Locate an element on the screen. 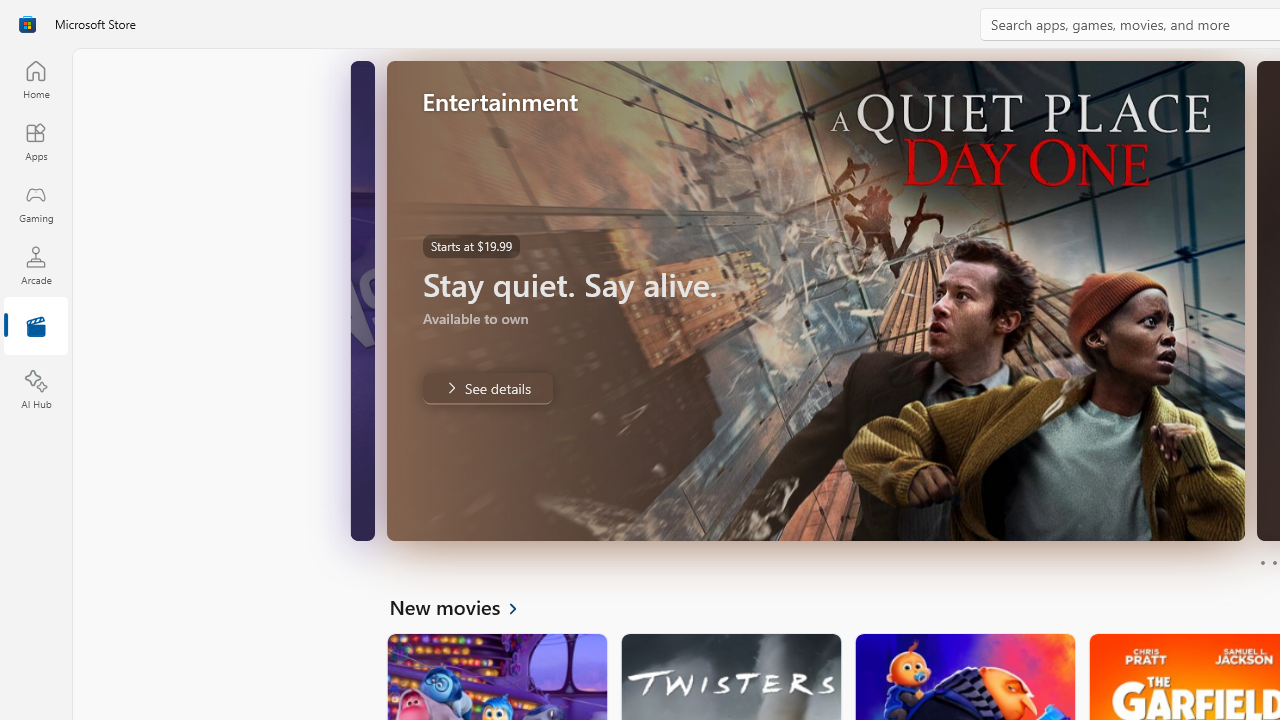 This screenshot has height=720, width=1280. 'See all  New movies' is located at coordinates (464, 605).